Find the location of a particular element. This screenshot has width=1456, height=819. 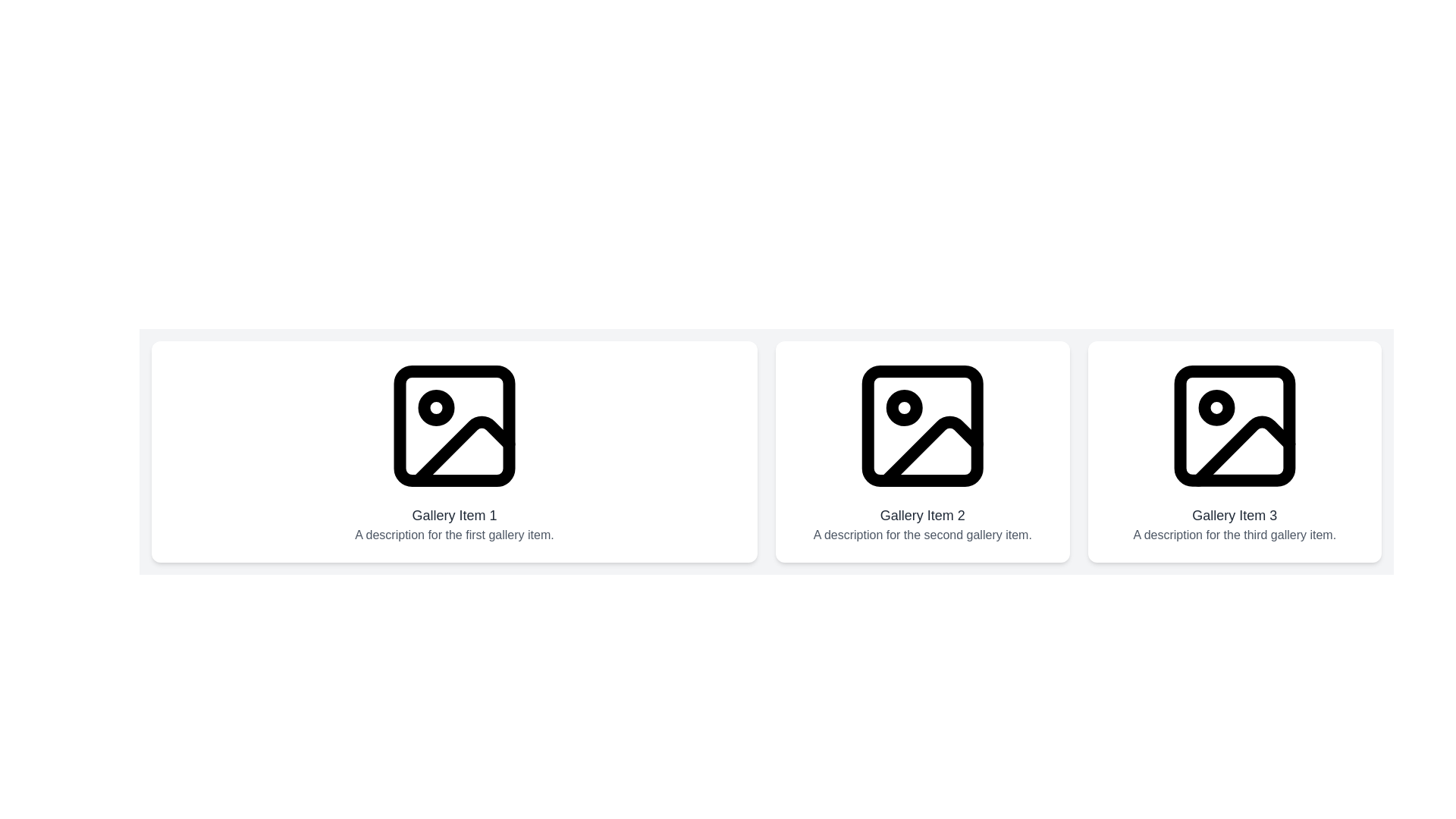

the static text element that serves as the title for the third gallery item, positioned above the description text is located at coordinates (1235, 514).